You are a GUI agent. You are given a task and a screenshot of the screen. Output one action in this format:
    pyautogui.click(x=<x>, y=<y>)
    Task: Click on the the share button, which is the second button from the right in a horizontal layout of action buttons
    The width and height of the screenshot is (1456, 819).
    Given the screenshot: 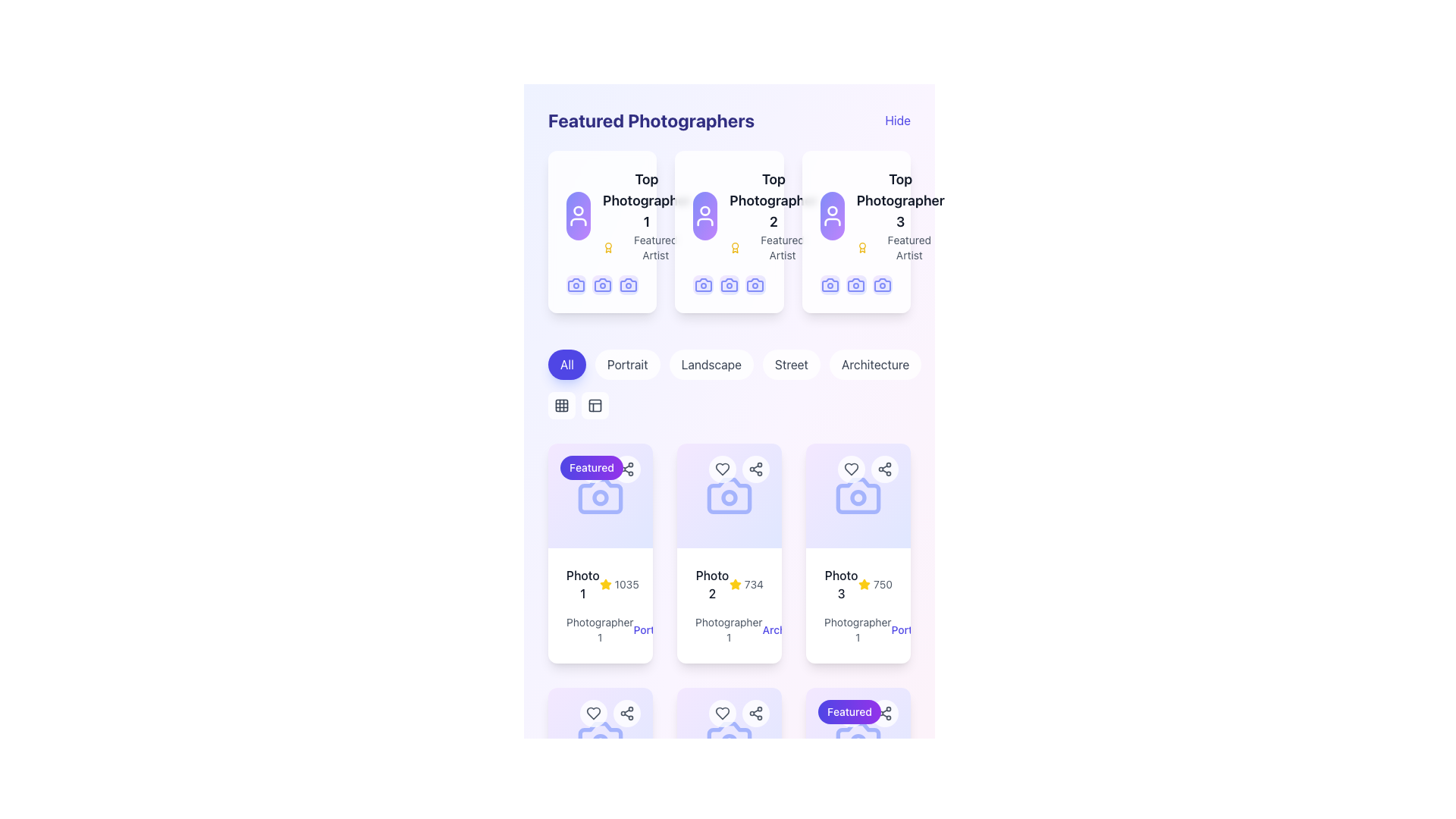 What is the action you would take?
    pyautogui.click(x=626, y=714)
    